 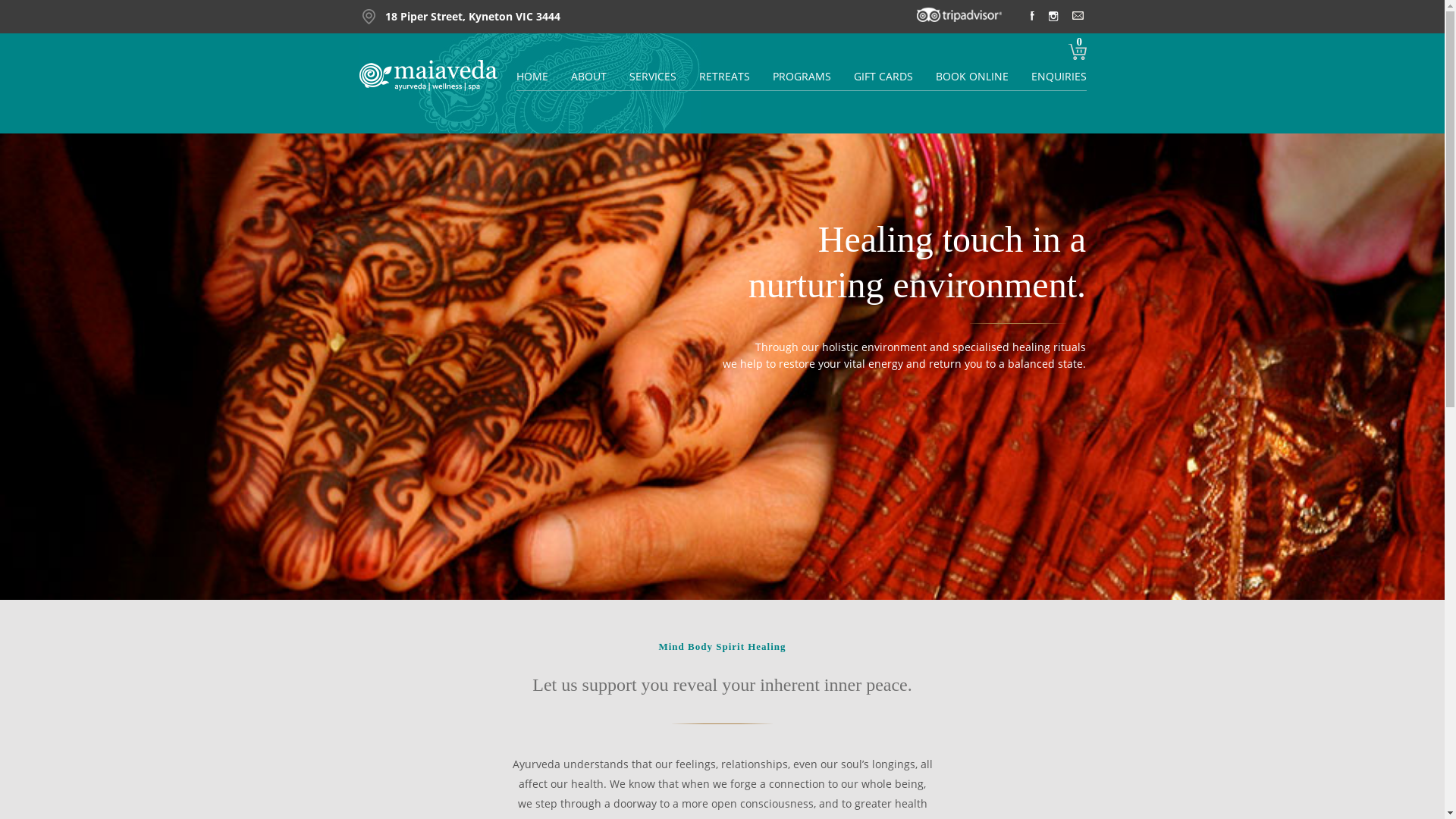 What do you see at coordinates (531, 76) in the screenshot?
I see `'HOME'` at bounding box center [531, 76].